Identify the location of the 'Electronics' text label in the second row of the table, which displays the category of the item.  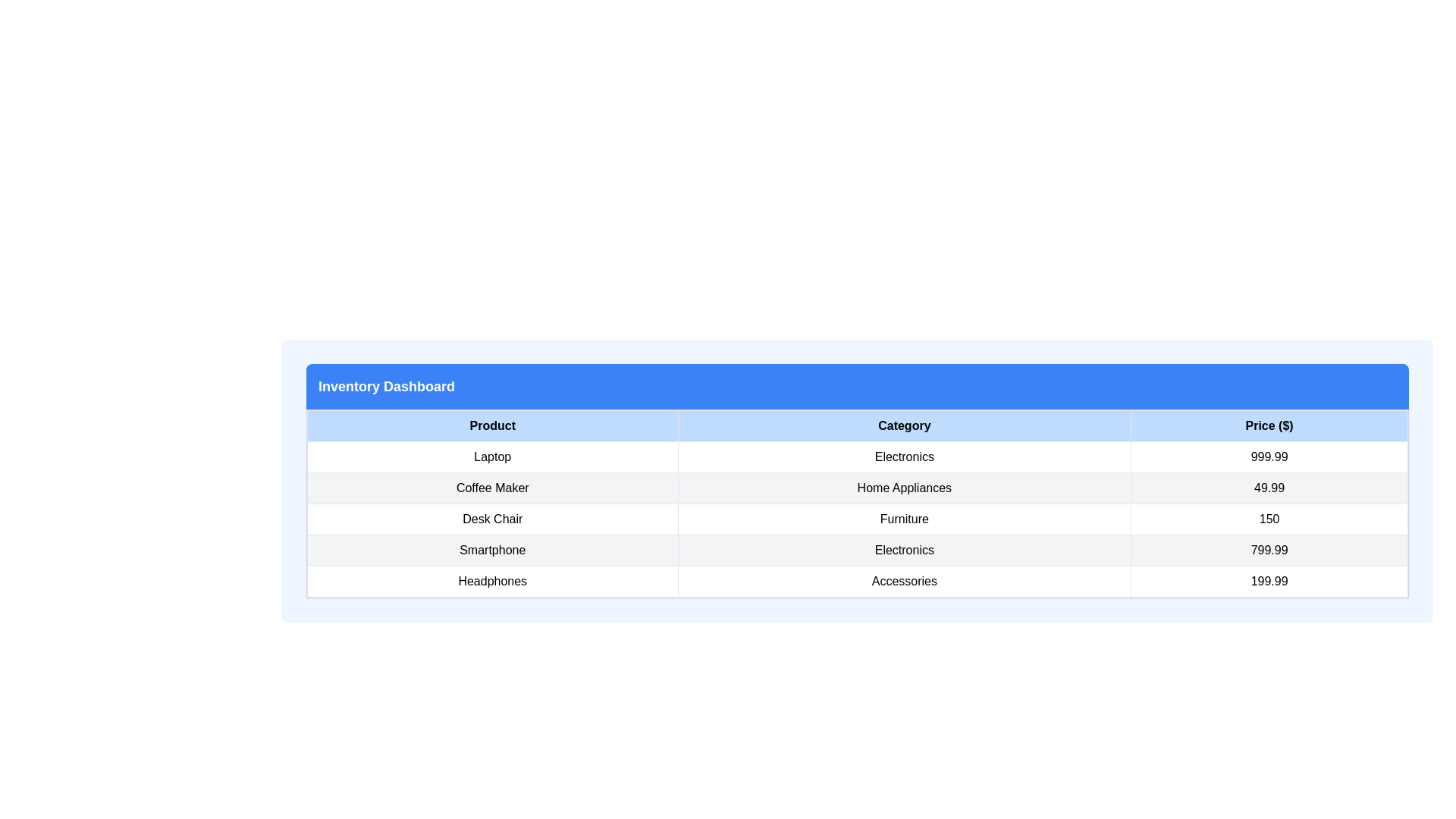
(904, 456).